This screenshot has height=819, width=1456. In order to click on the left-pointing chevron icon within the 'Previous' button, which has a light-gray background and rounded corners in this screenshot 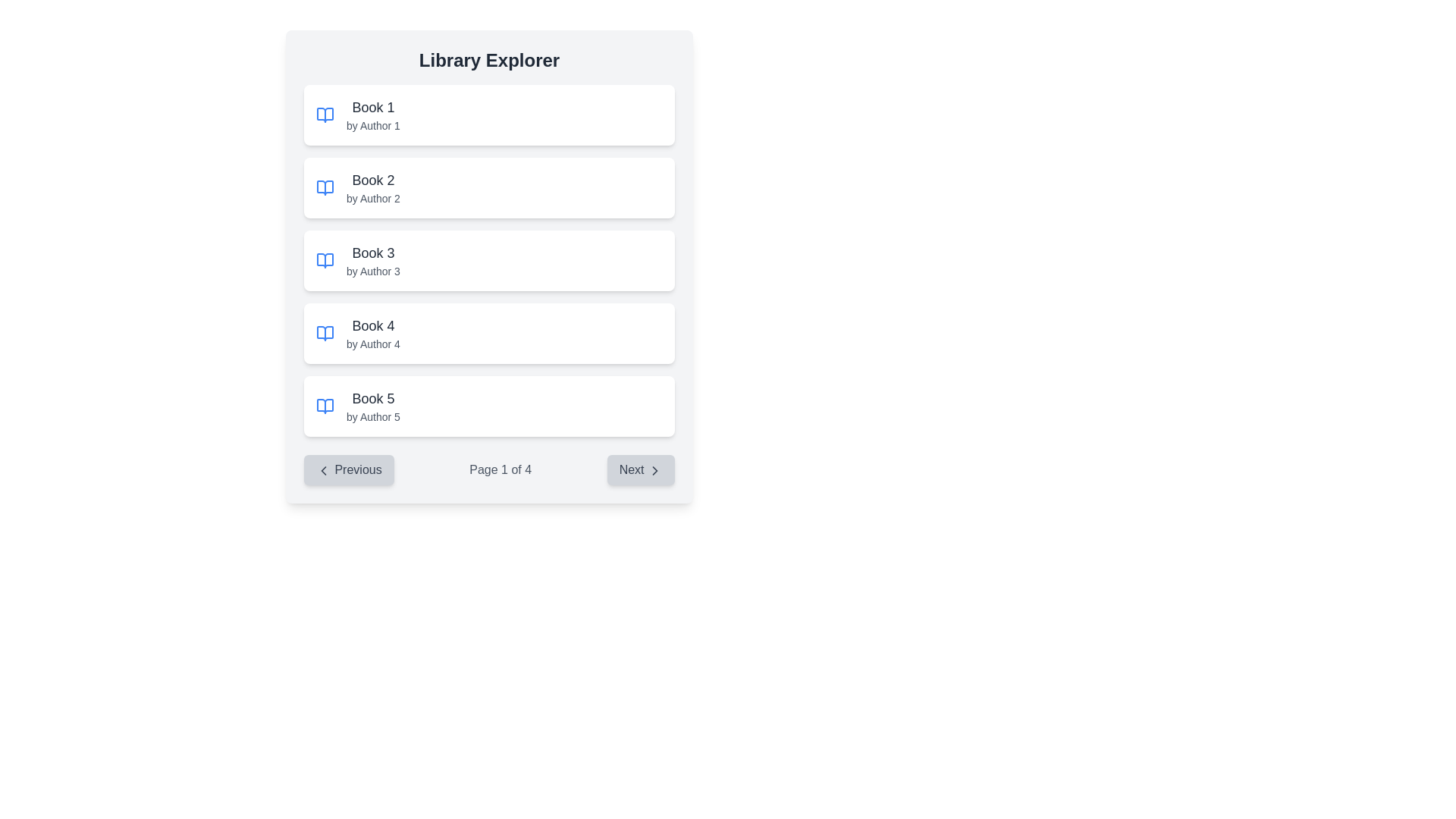, I will do `click(323, 469)`.